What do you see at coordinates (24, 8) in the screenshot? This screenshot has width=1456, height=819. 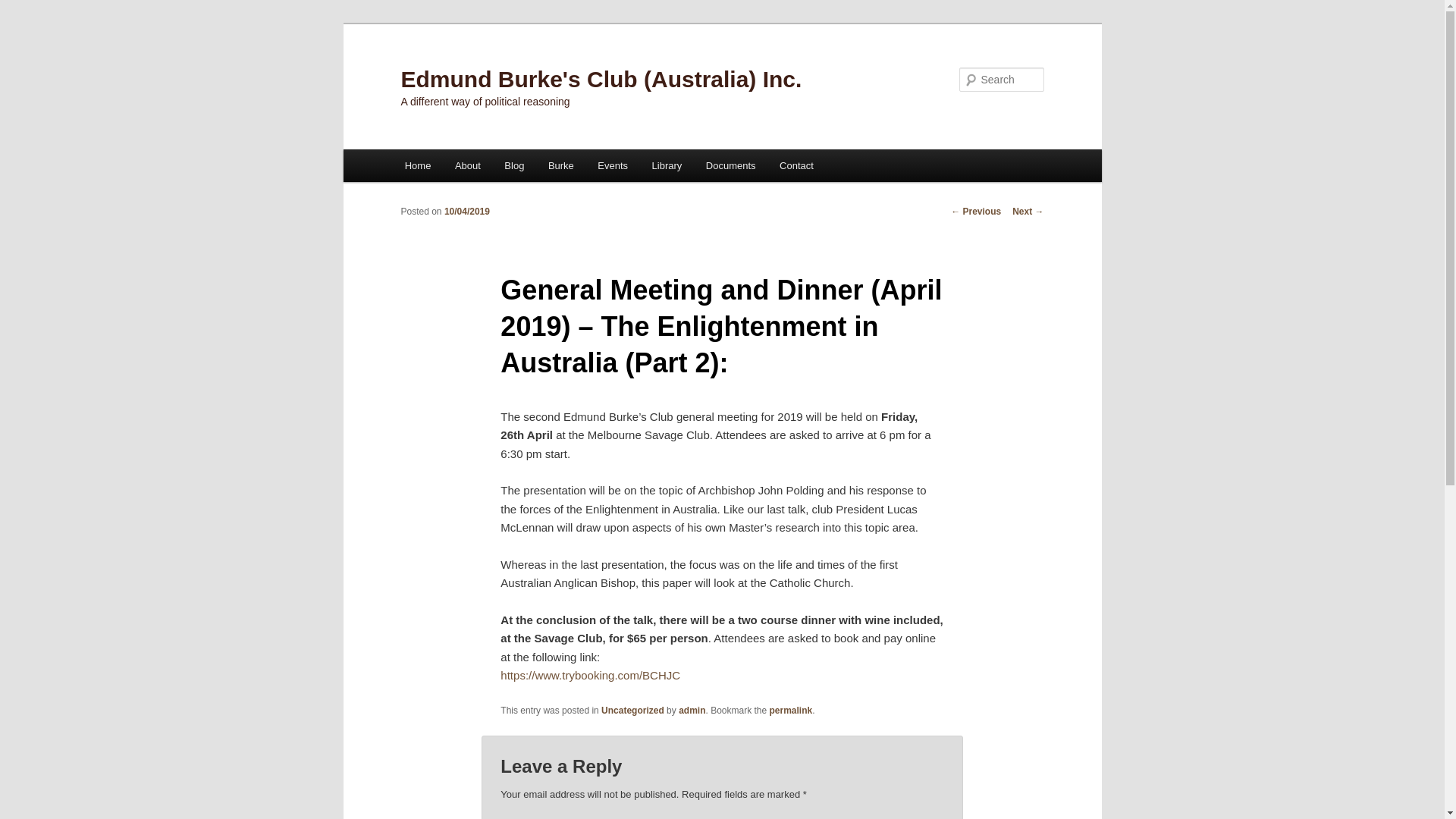 I see `'Search'` at bounding box center [24, 8].